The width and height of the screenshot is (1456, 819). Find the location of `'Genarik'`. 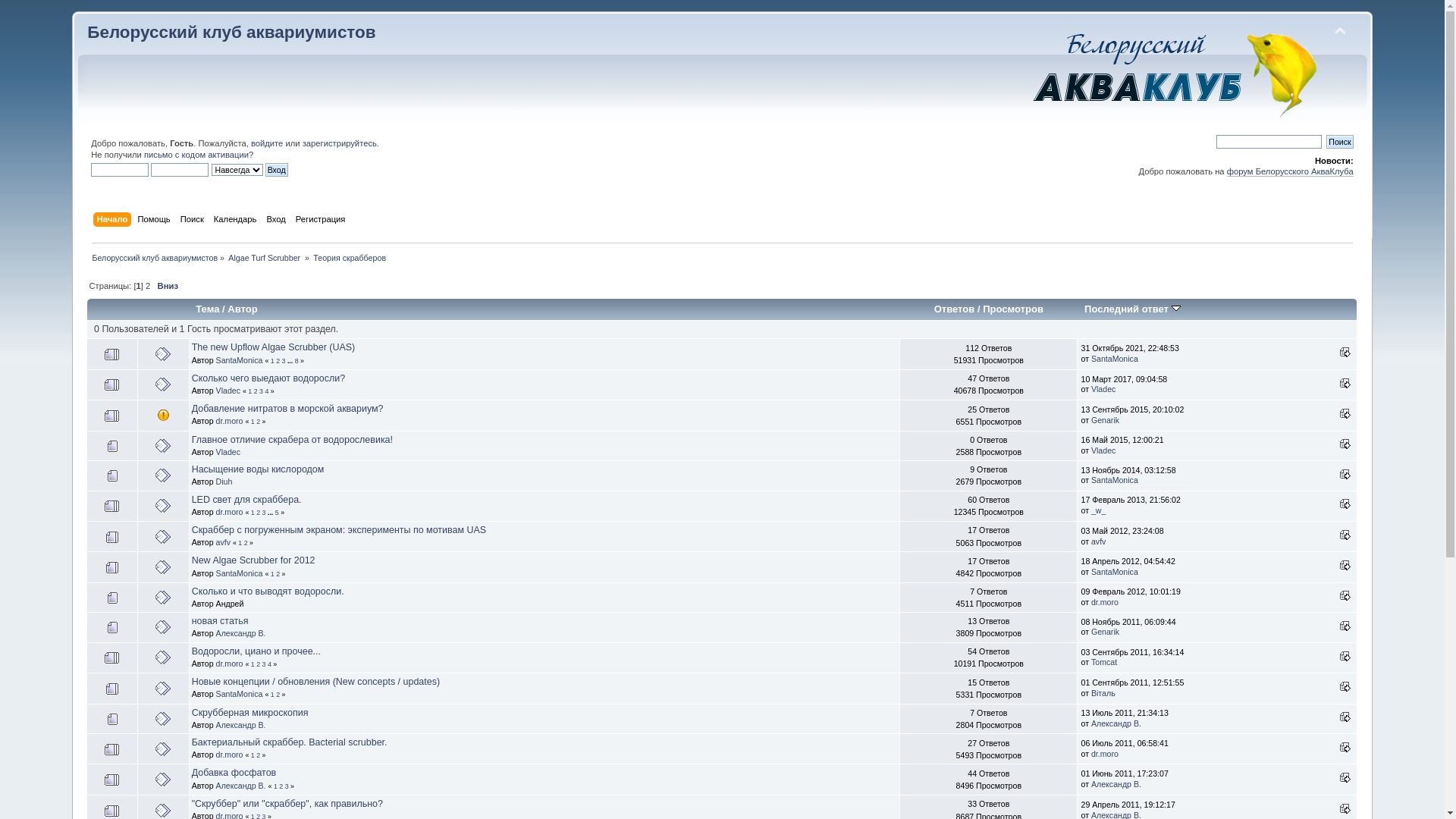

'Genarik' is located at coordinates (1105, 420).